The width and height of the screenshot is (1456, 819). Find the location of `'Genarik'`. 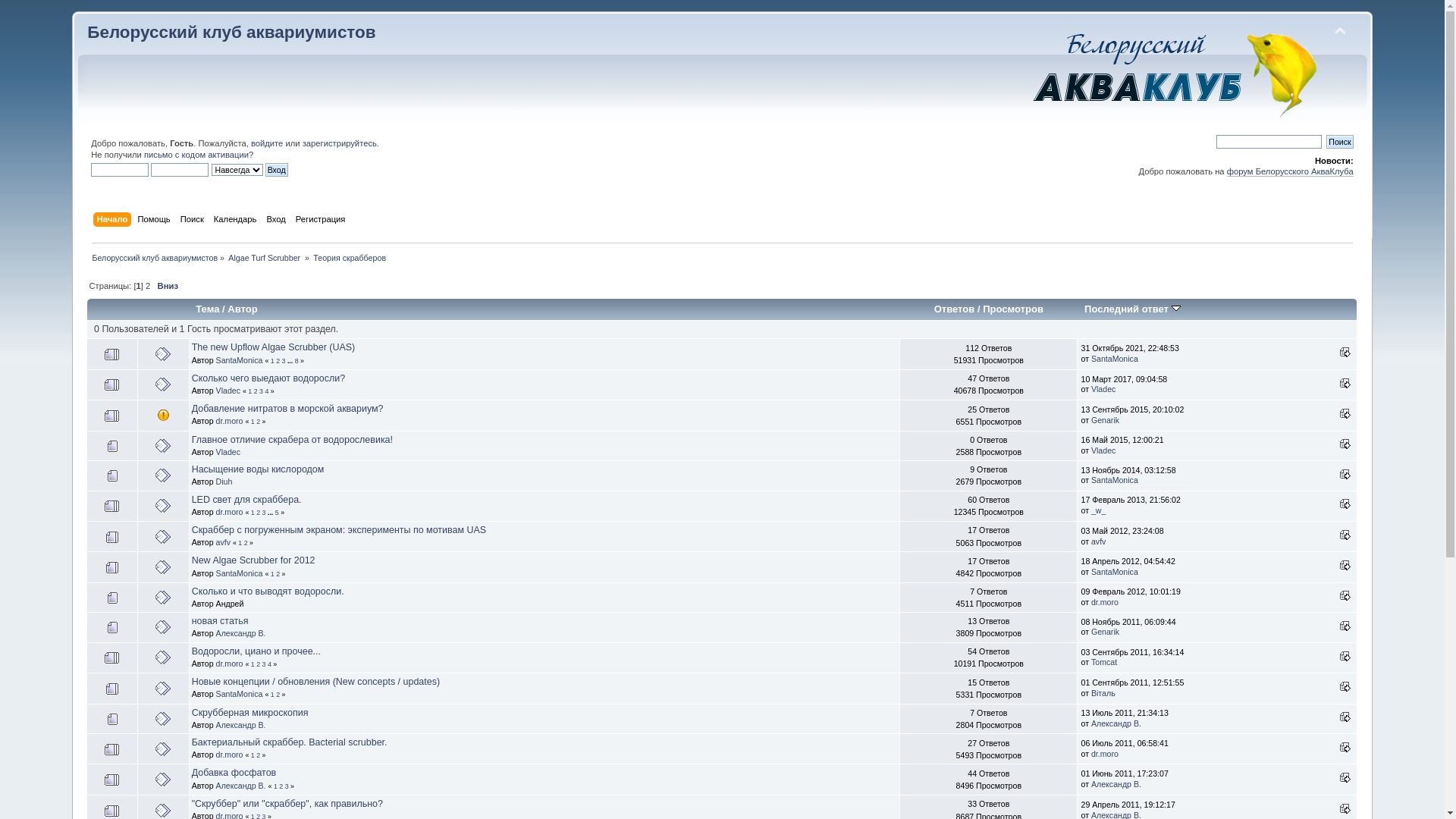

'Genarik' is located at coordinates (1105, 420).